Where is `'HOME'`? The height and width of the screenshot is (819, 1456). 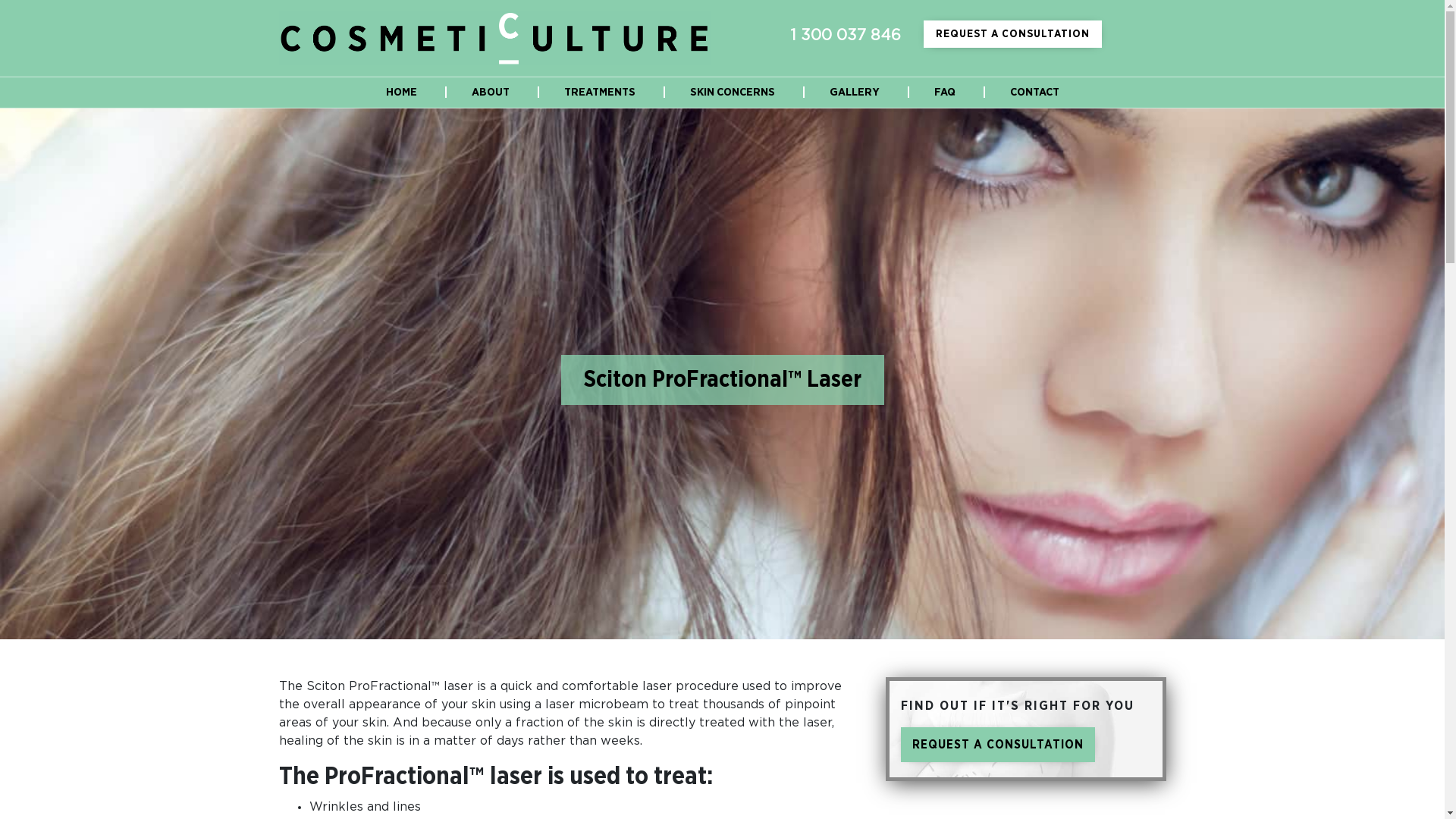 'HOME' is located at coordinates (400, 93).